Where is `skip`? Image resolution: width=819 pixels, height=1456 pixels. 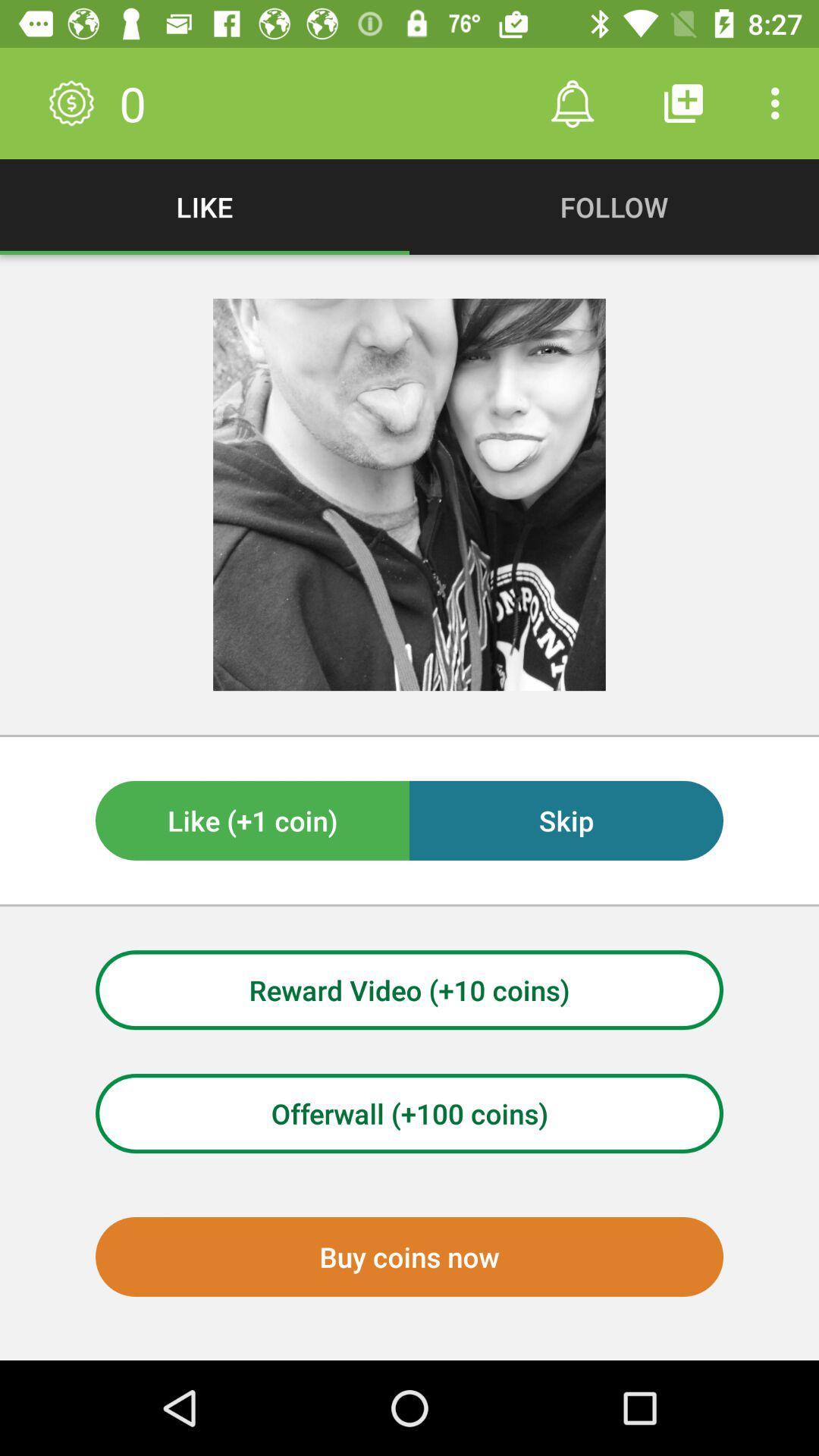
skip is located at coordinates (566, 820).